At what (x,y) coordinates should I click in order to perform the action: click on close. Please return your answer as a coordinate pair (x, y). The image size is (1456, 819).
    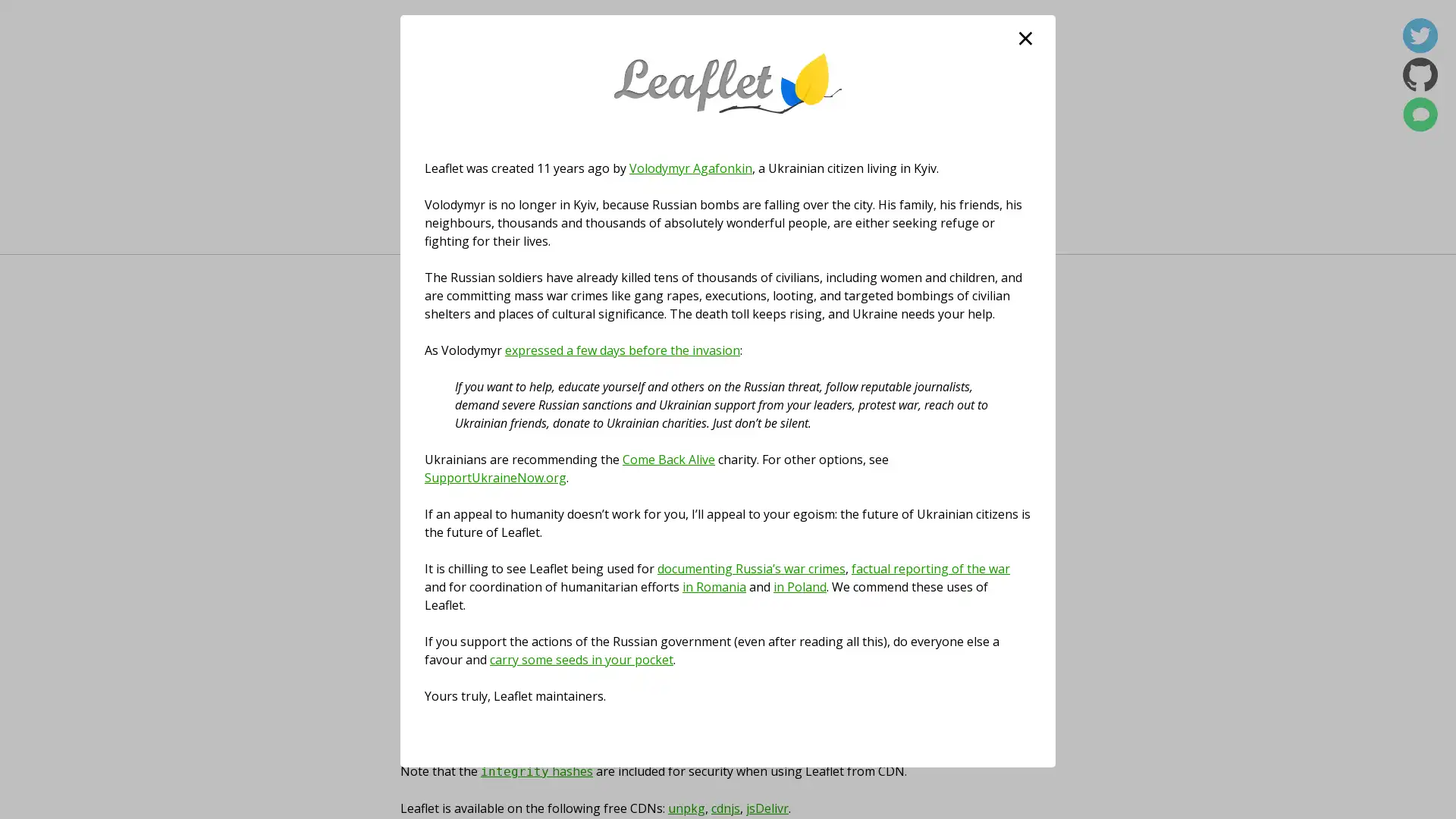
    Looking at the image, I should click on (1025, 37).